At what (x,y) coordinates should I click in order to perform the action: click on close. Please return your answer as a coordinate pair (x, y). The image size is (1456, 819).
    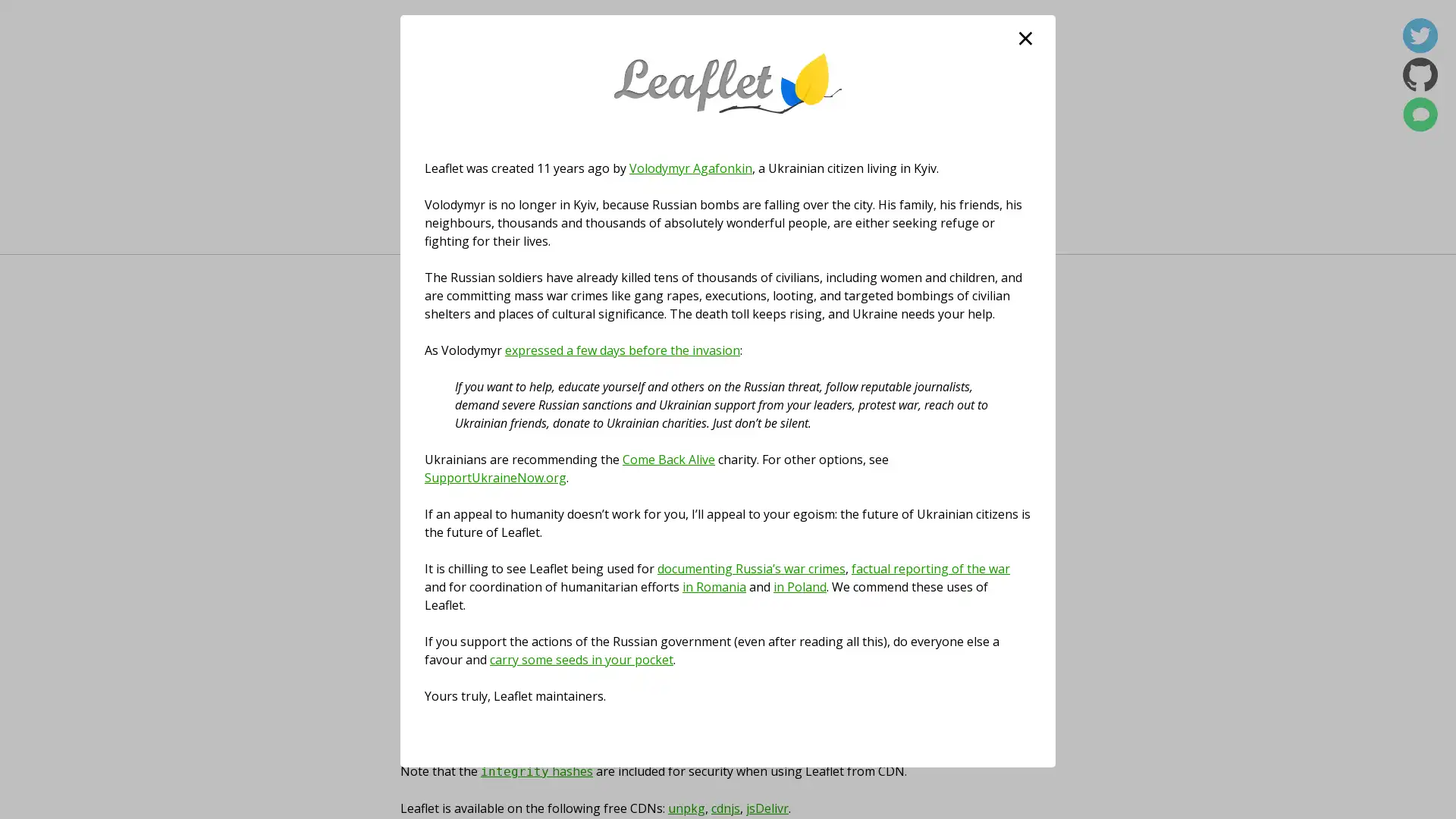
    Looking at the image, I should click on (1025, 37).